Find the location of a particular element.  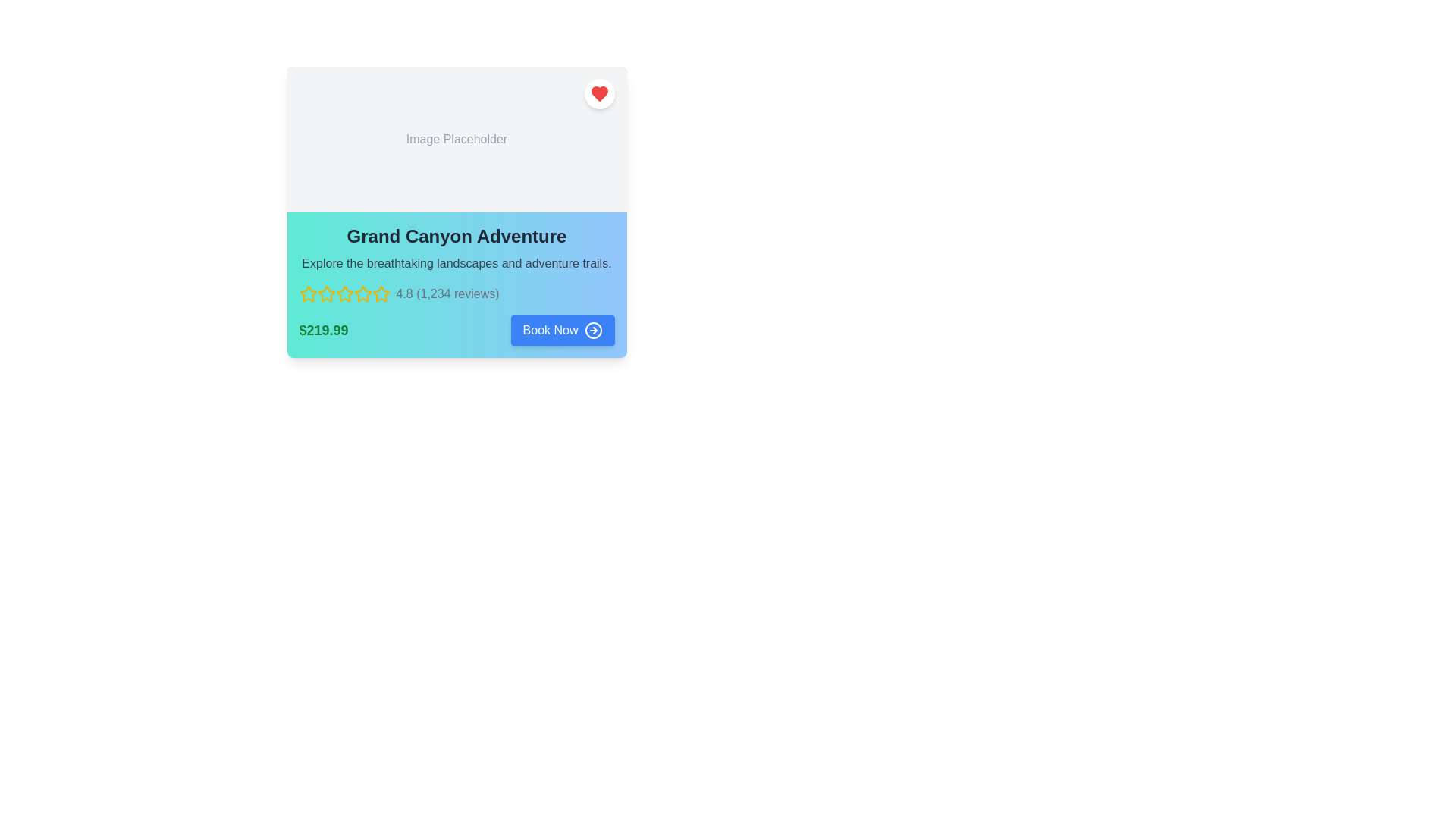

the last yellow outlined star icon in the row of rating stars beneath the '4.8 (1,234 reviews)' text on the adventure information card is located at coordinates (381, 294).